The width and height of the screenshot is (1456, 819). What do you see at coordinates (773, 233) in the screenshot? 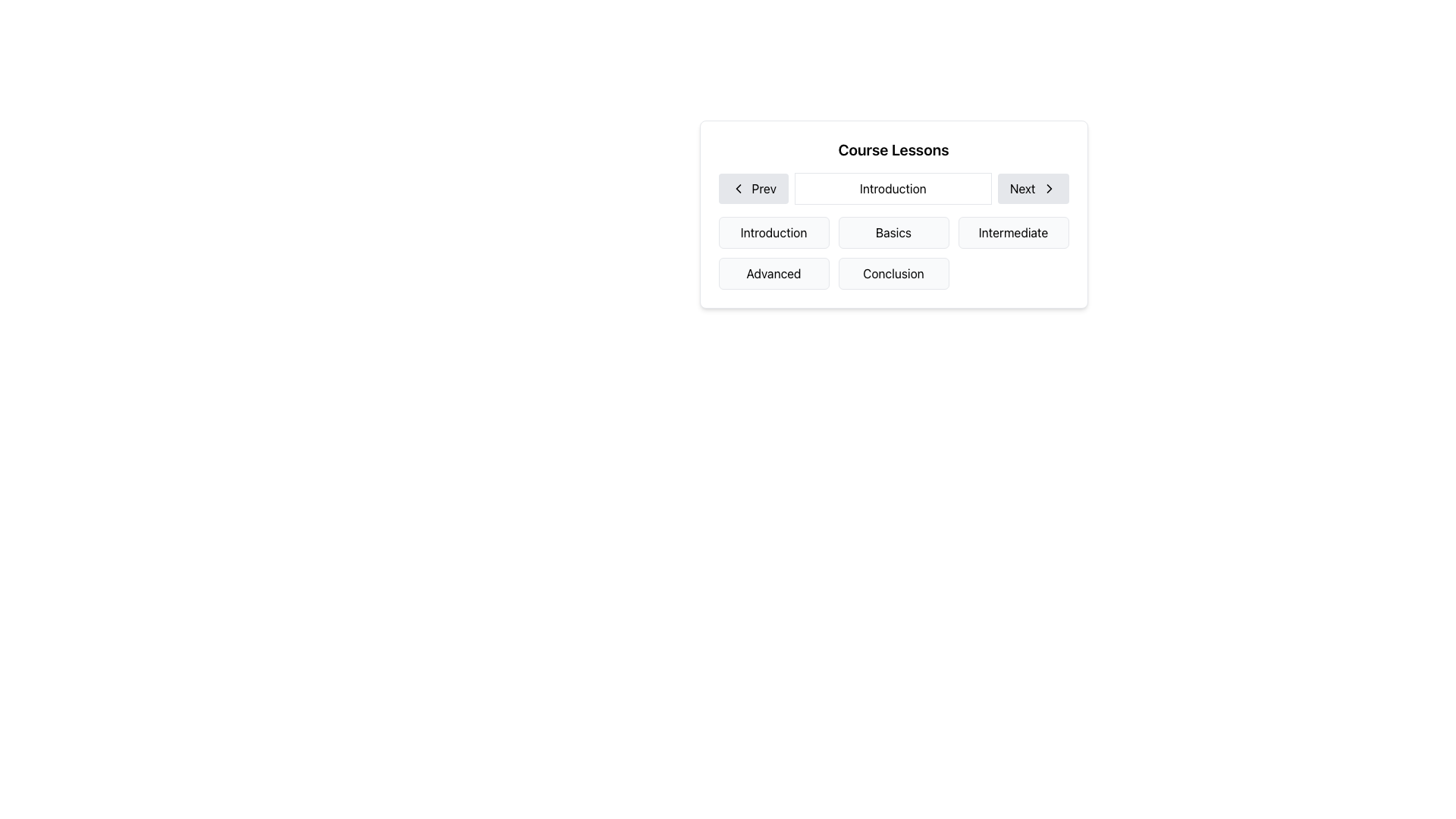
I see `the 'Introduction' button in the lesson navigation interface to observe the background color change` at bounding box center [773, 233].